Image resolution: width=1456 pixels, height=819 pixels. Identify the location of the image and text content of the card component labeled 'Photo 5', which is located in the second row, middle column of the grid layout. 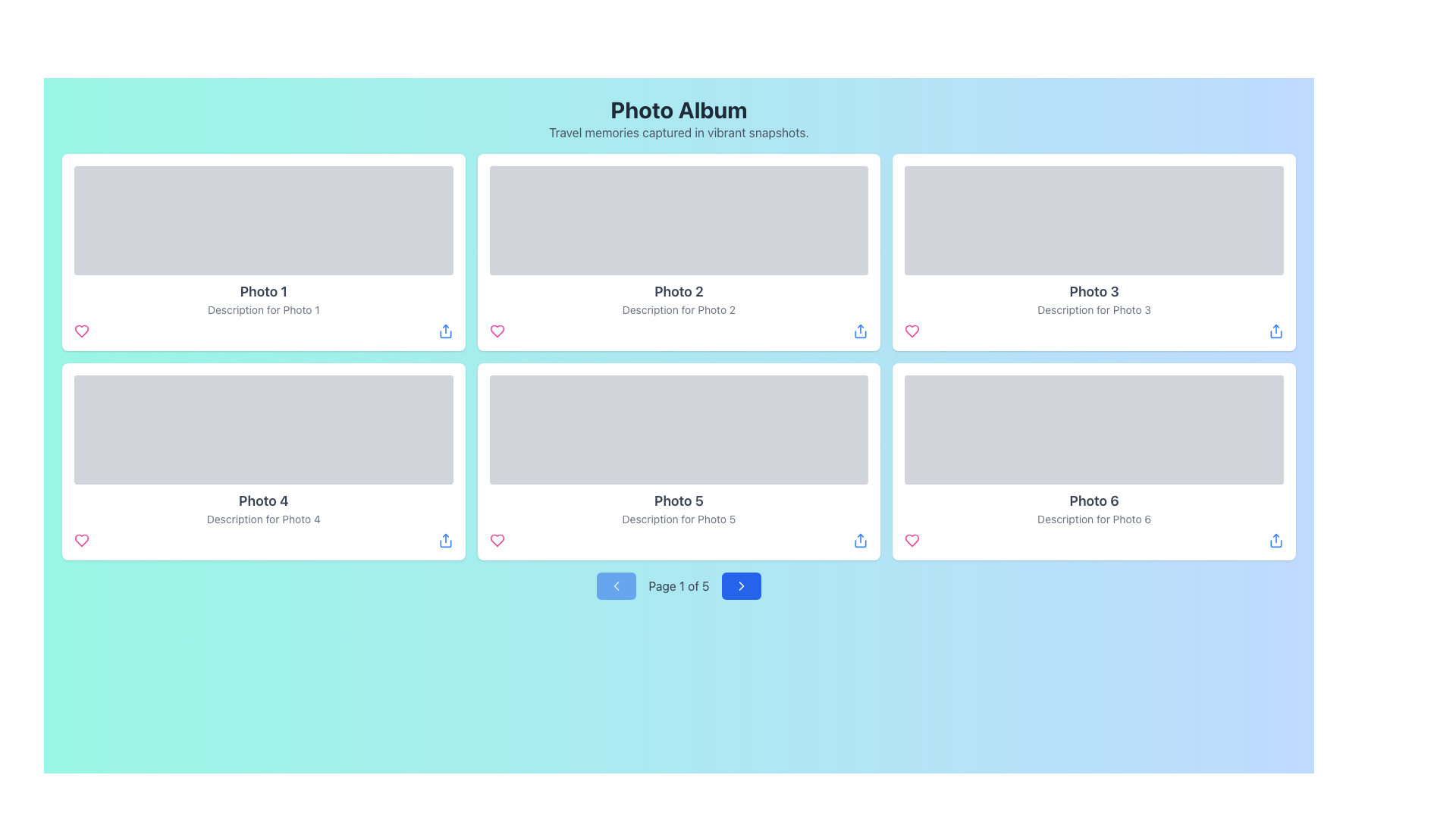
(678, 461).